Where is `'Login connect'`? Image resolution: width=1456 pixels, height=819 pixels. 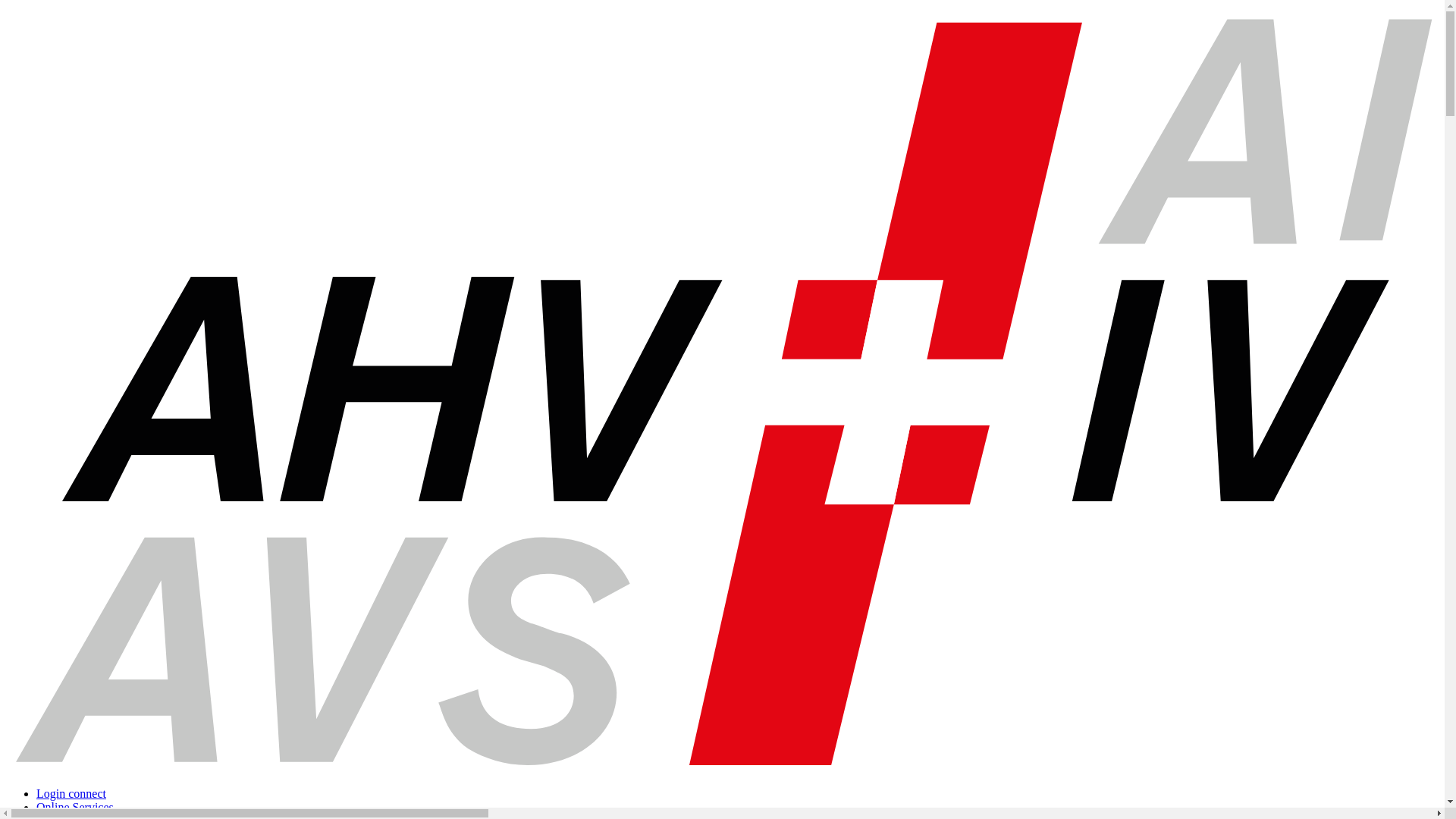
'Login connect' is located at coordinates (71, 792).